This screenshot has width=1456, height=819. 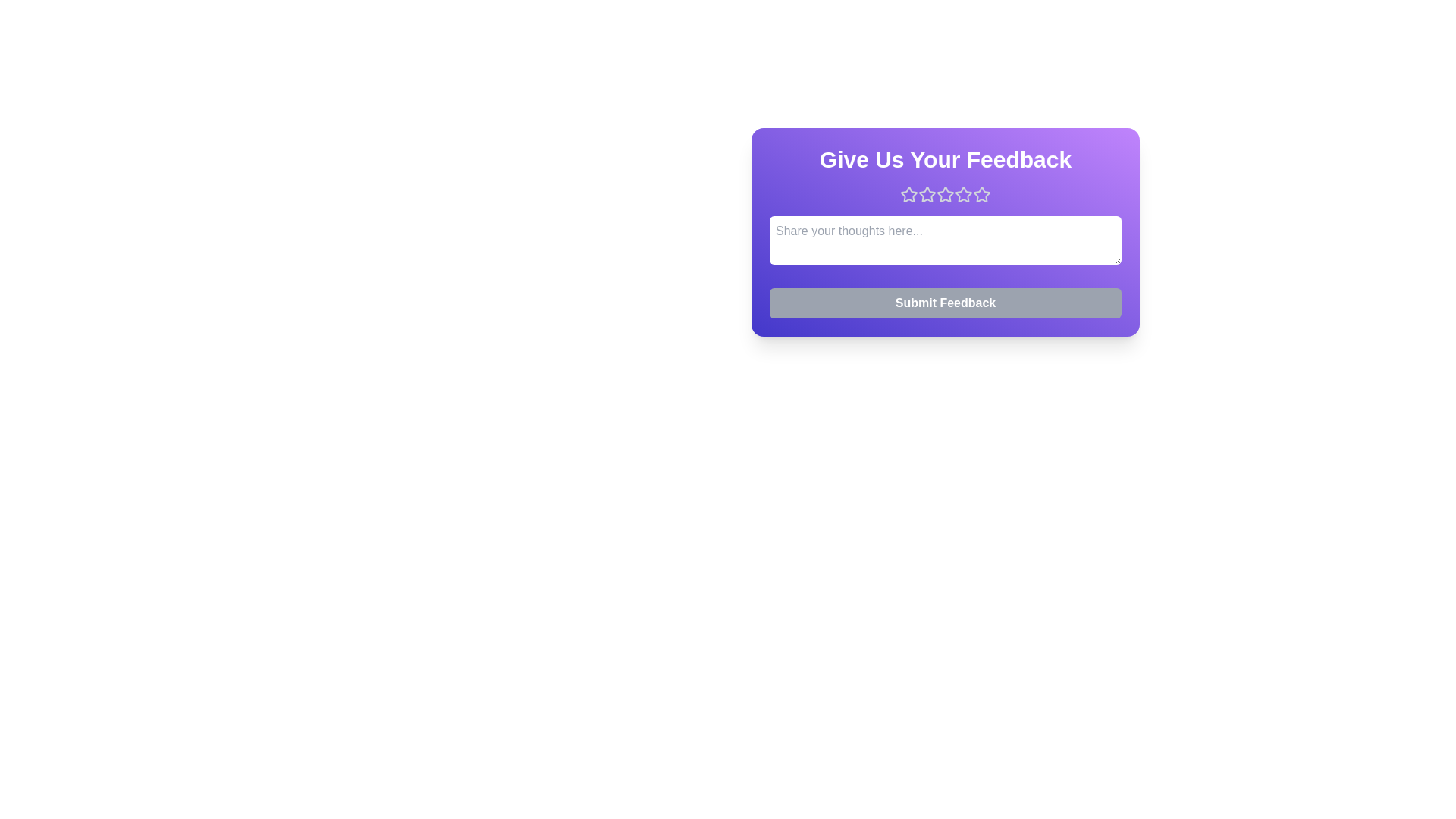 I want to click on 'Submit Feedback' button to submit the feedback, so click(x=945, y=303).